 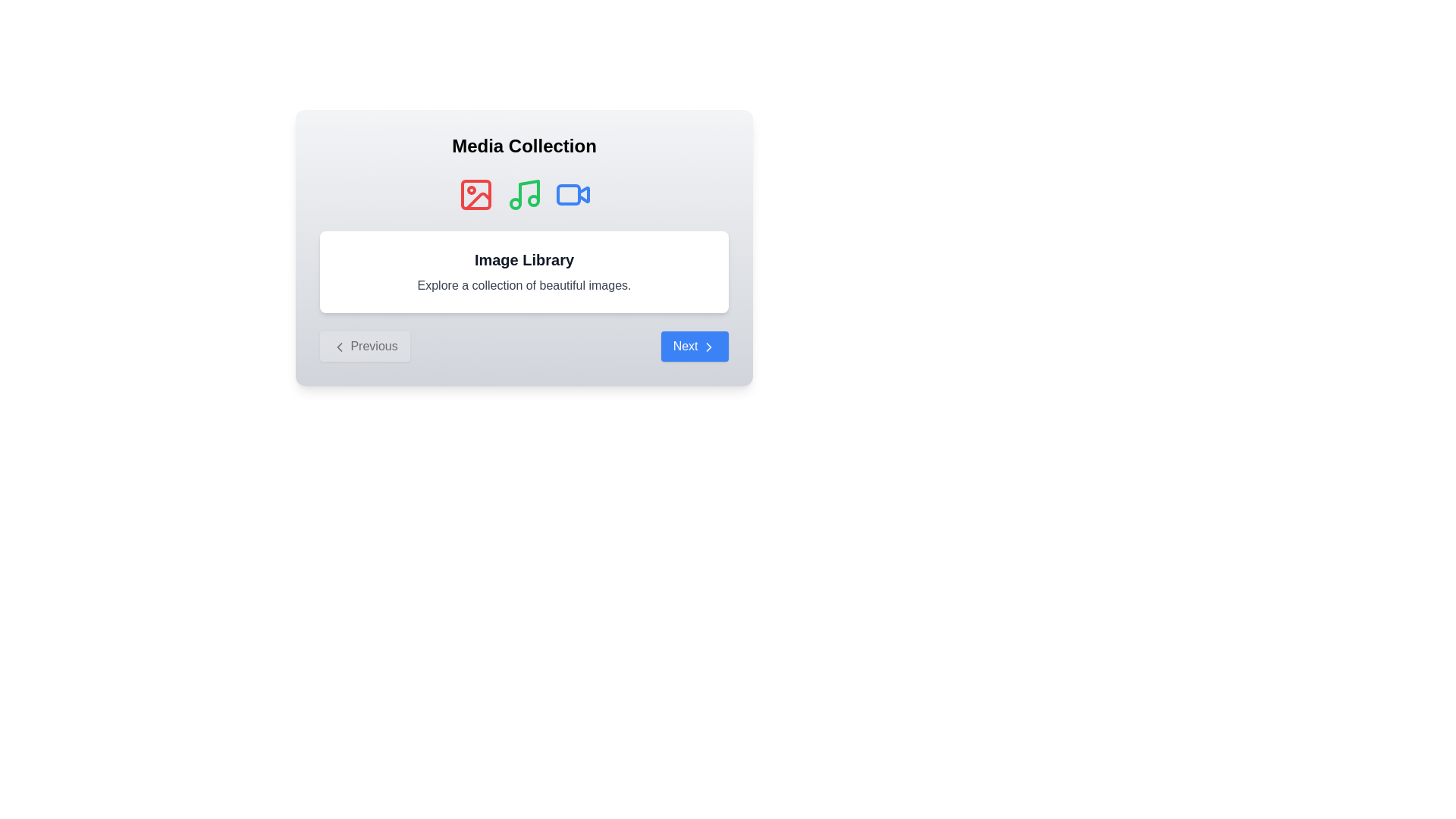 What do you see at coordinates (475, 194) in the screenshot?
I see `the button corresponding to the image media type to observe the hover effect` at bounding box center [475, 194].